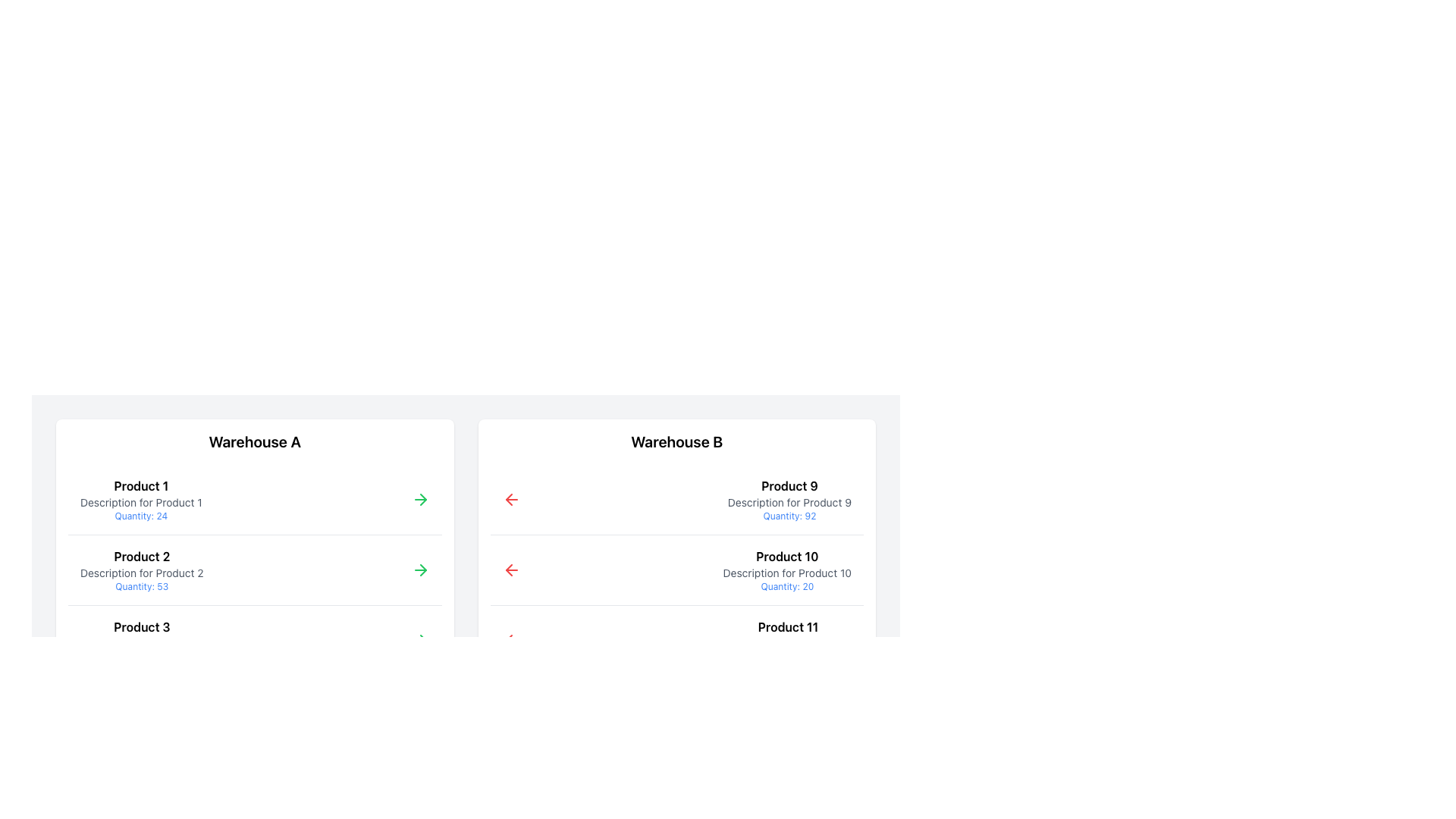 Image resolution: width=1456 pixels, height=819 pixels. I want to click on the Textual Information Block displaying 'Product 11', which includes its name, description, and quantity indicator, located in the 'Warehouse B' section, so click(788, 640).